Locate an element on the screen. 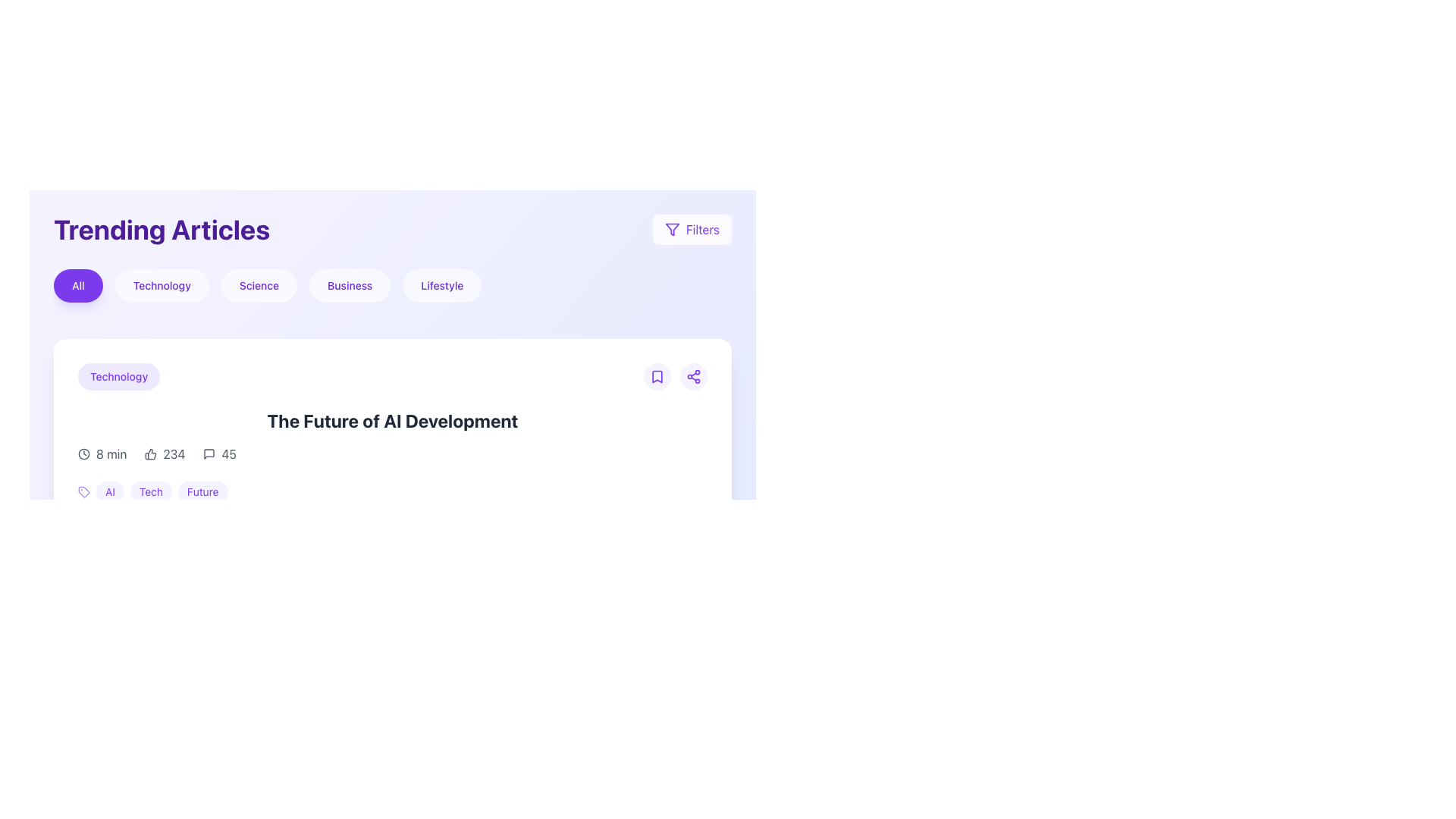 The image size is (1456, 819). the second text label indicating the category 'Tech' beneath the article title is located at coordinates (151, 491).